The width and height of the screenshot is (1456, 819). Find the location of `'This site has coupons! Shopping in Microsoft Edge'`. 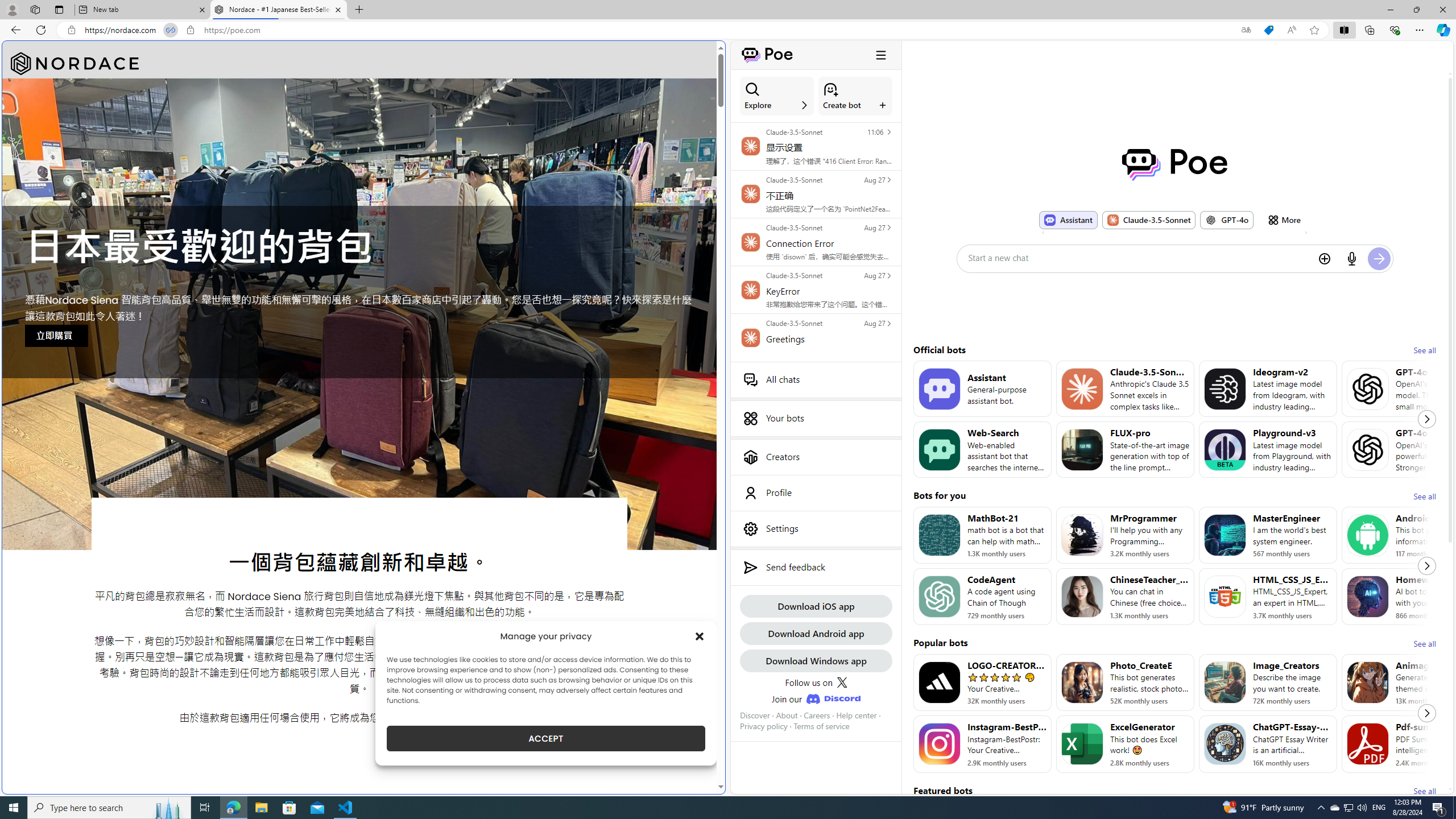

'This site has coupons! Shopping in Microsoft Edge' is located at coordinates (1268, 30).